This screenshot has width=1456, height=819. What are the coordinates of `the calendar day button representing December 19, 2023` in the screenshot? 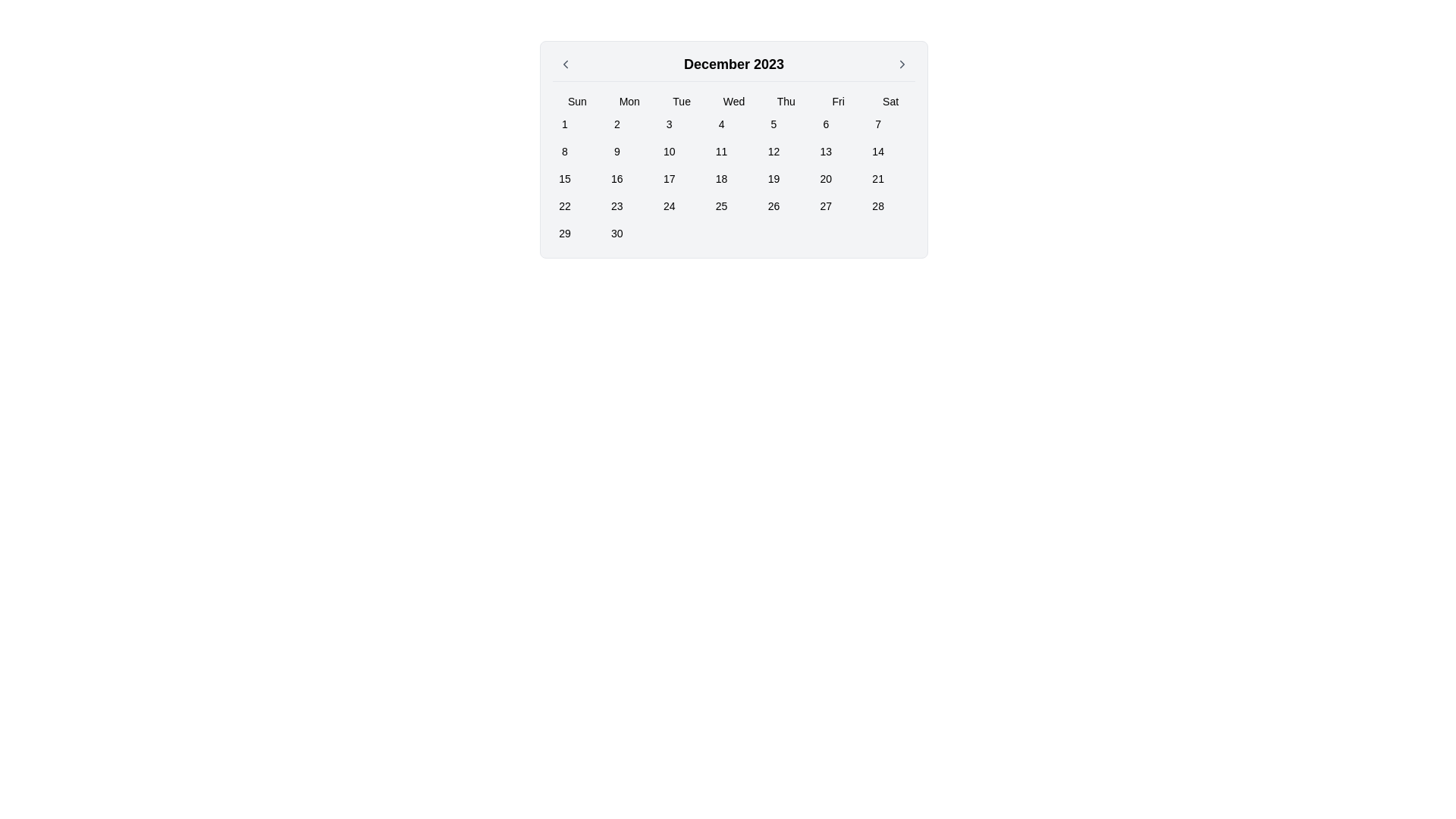 It's located at (773, 177).